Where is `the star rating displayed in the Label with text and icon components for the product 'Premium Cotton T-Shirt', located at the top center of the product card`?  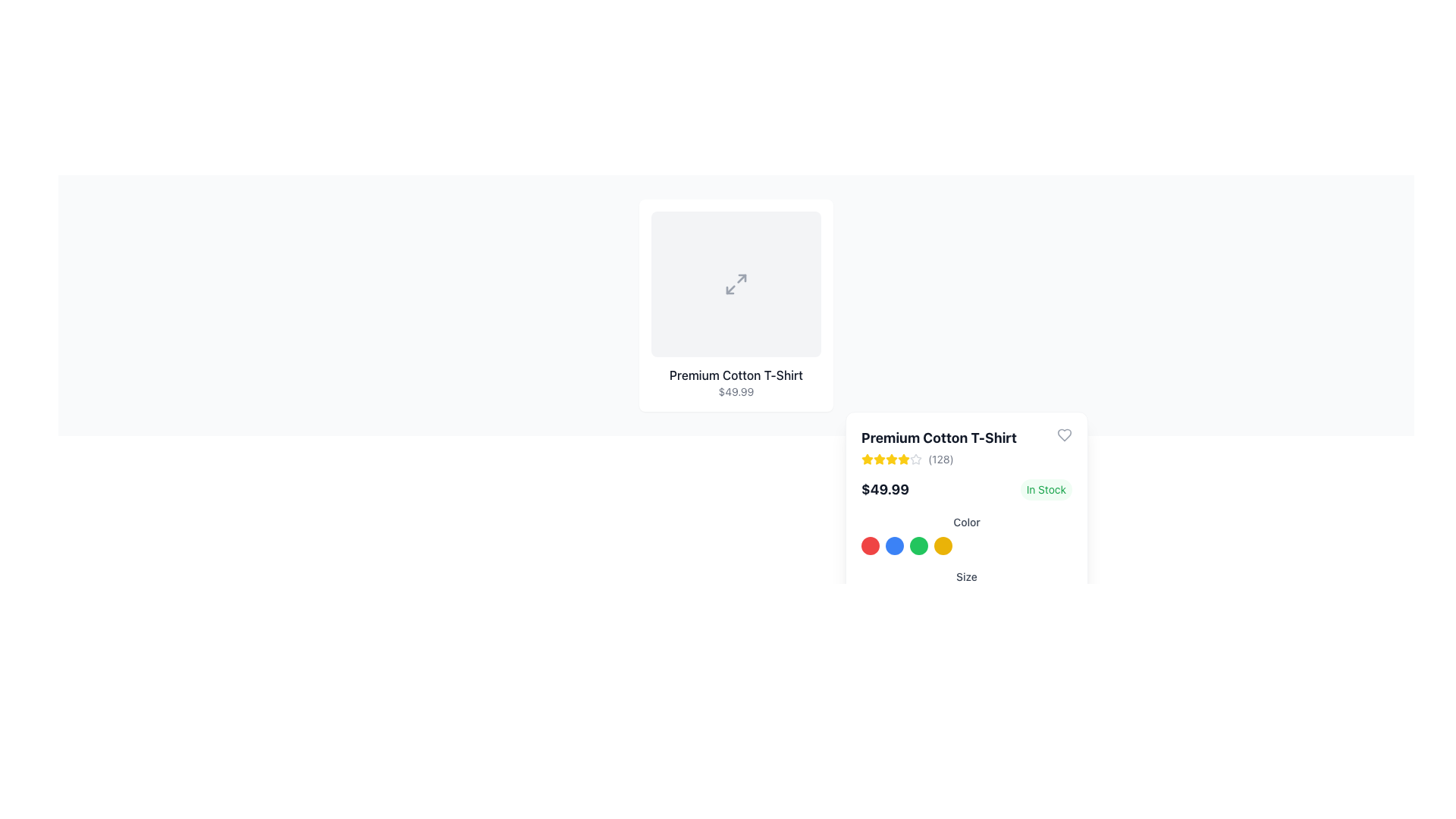
the star rating displayed in the Label with text and icon components for the product 'Premium Cotton T-Shirt', located at the top center of the product card is located at coordinates (938, 447).